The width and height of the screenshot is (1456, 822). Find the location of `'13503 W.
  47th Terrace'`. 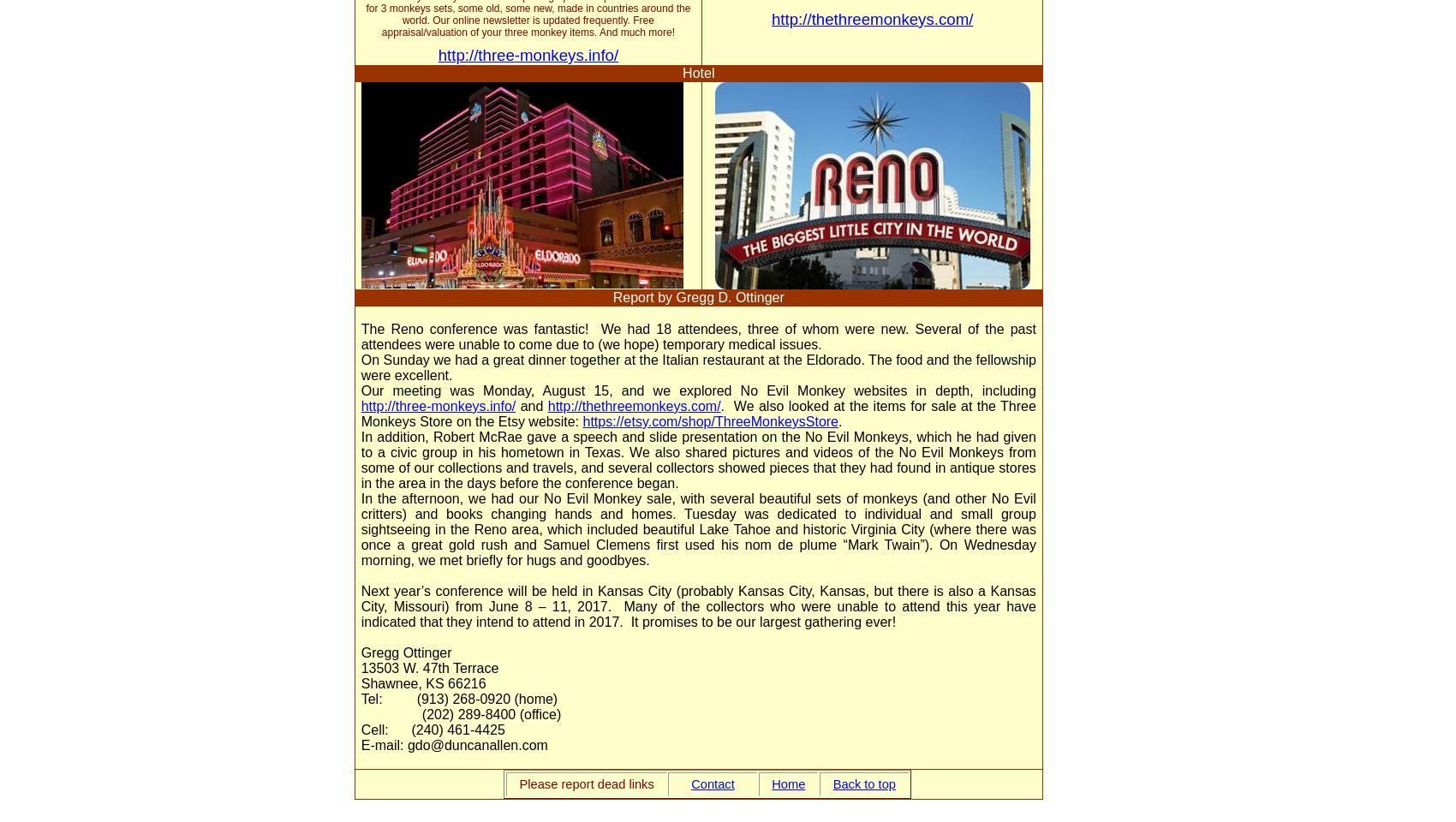

'13503 W.
  47th Terrace' is located at coordinates (429, 667).